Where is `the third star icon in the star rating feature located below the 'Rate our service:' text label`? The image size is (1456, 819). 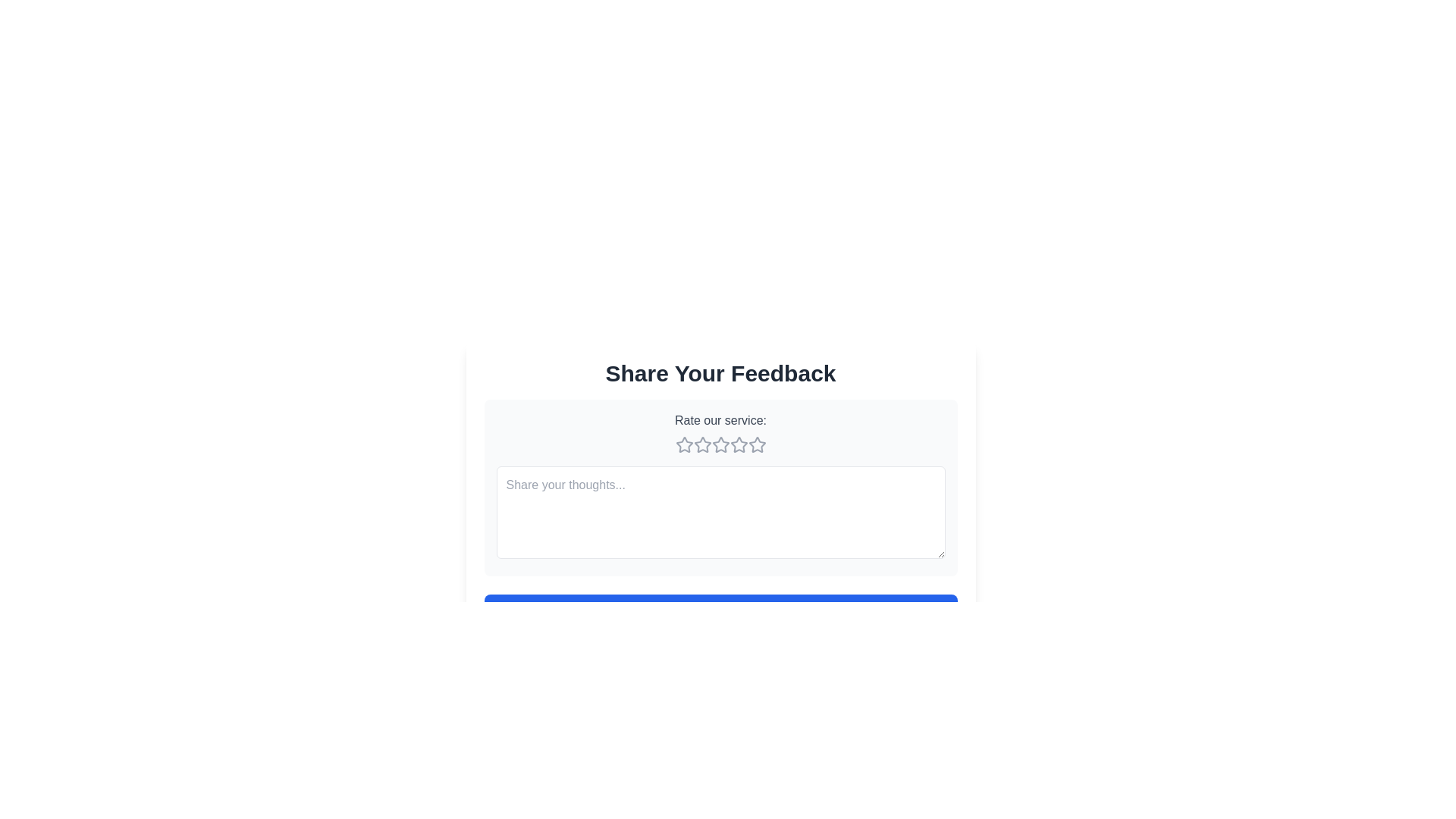 the third star icon in the star rating feature located below the 'Rate our service:' text label is located at coordinates (720, 444).